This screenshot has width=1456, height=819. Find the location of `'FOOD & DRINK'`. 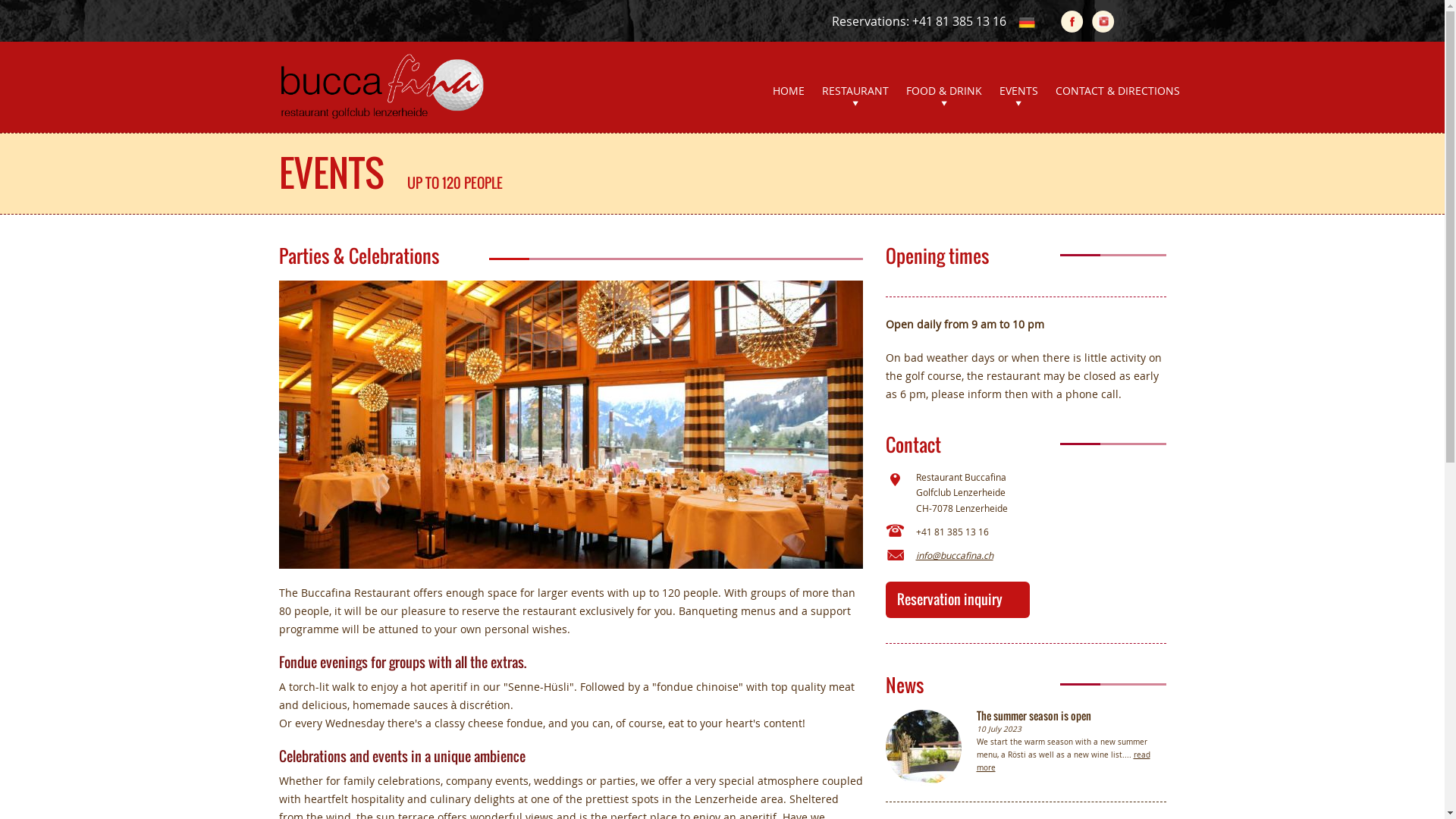

'FOOD & DRINK' is located at coordinates (942, 99).